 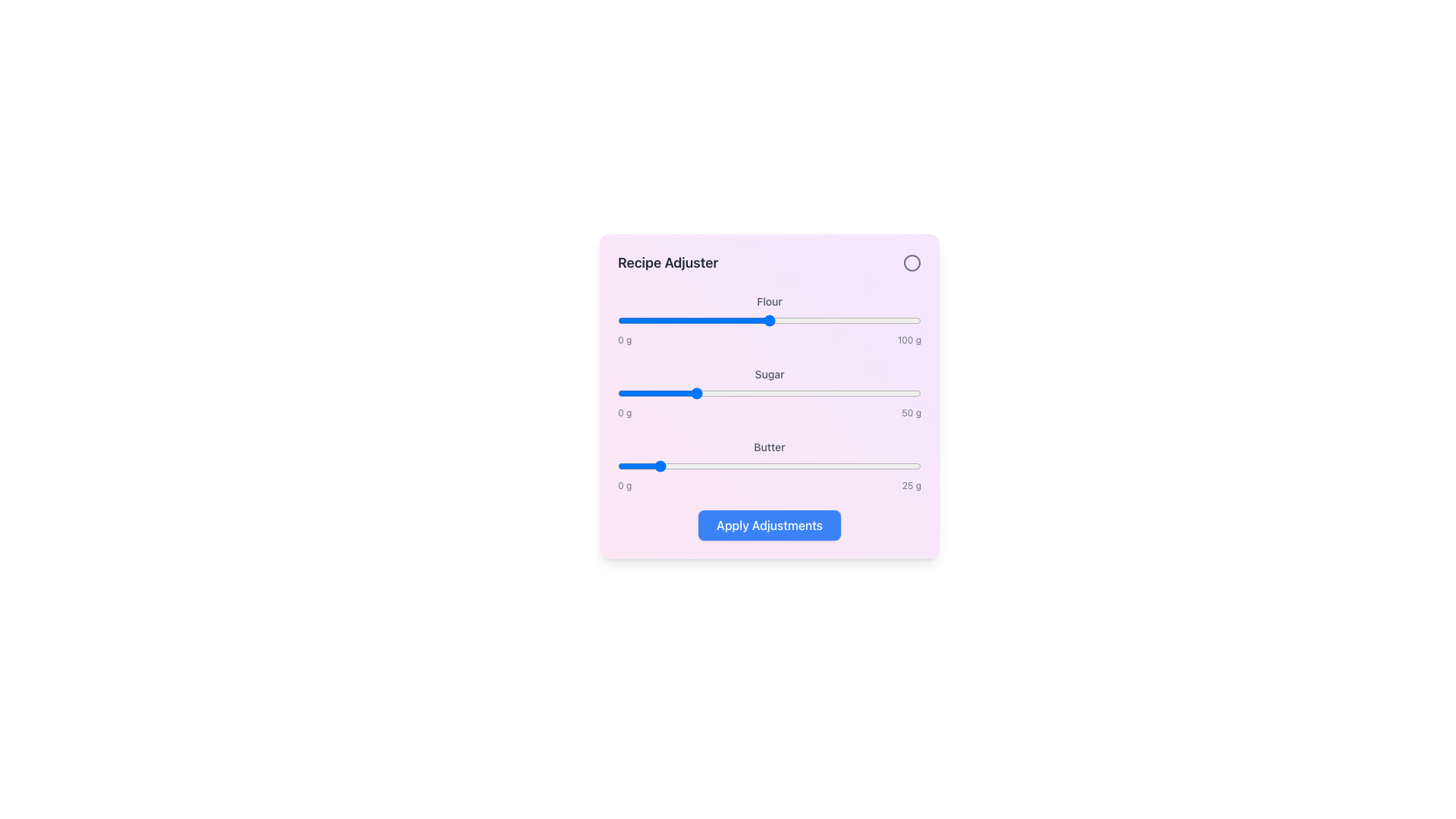 What do you see at coordinates (736, 393) in the screenshot?
I see `sugar slider` at bounding box center [736, 393].